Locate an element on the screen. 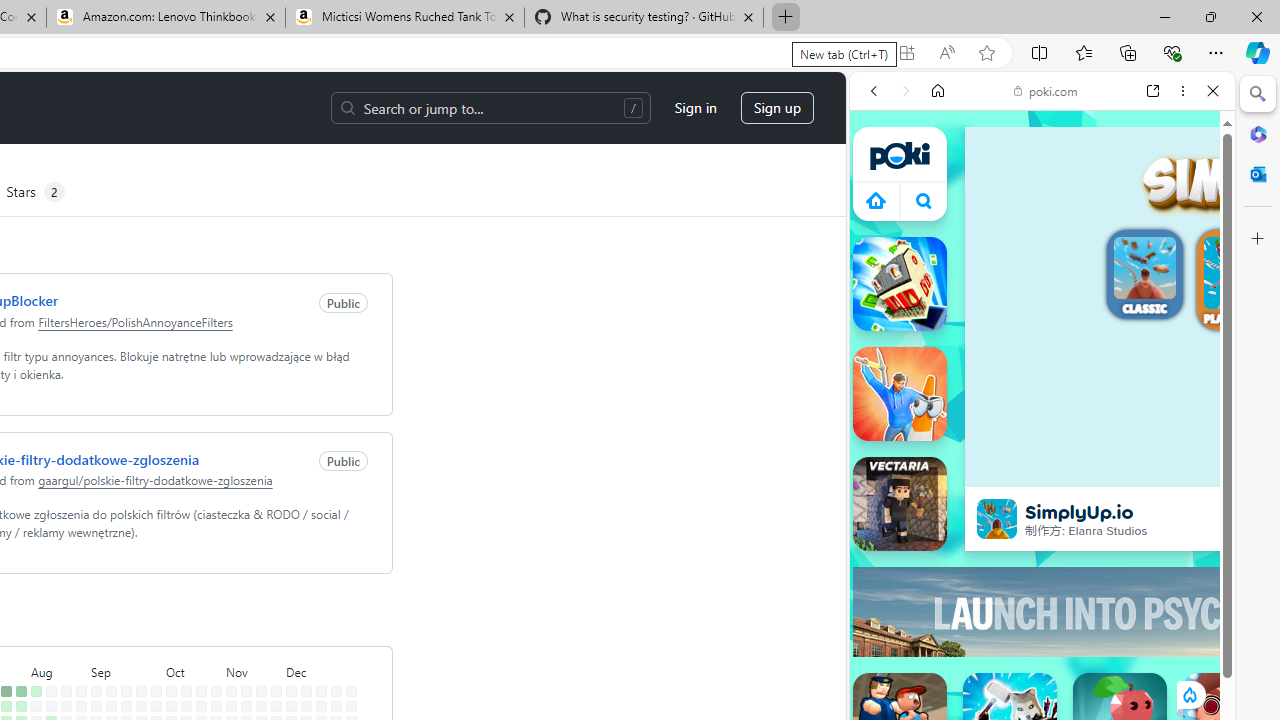  'No contributions on August 11th.' is located at coordinates (51, 690).